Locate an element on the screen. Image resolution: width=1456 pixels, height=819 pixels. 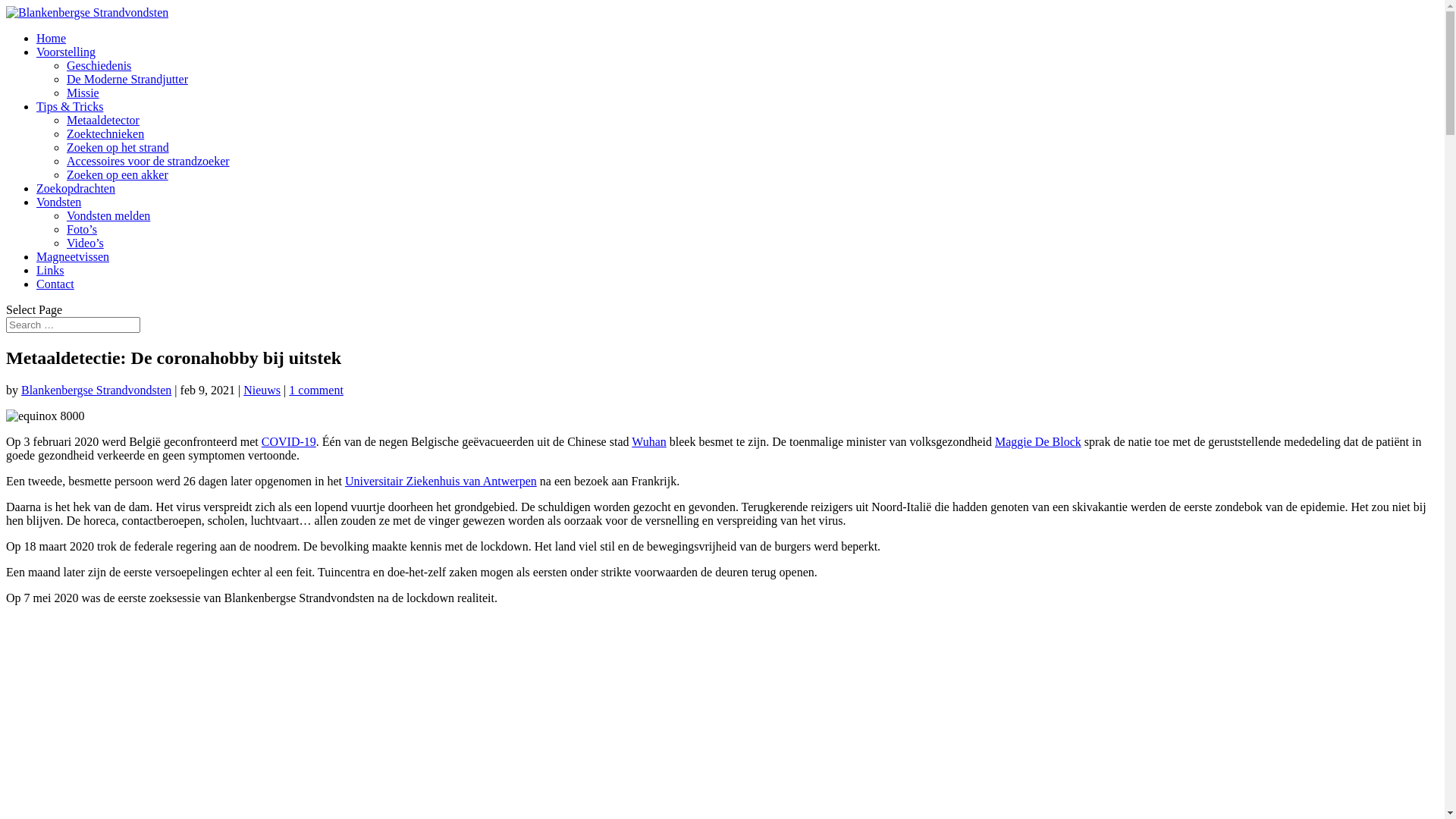
'Universitair Ziekenhuis van Antwerpen' is located at coordinates (440, 481).